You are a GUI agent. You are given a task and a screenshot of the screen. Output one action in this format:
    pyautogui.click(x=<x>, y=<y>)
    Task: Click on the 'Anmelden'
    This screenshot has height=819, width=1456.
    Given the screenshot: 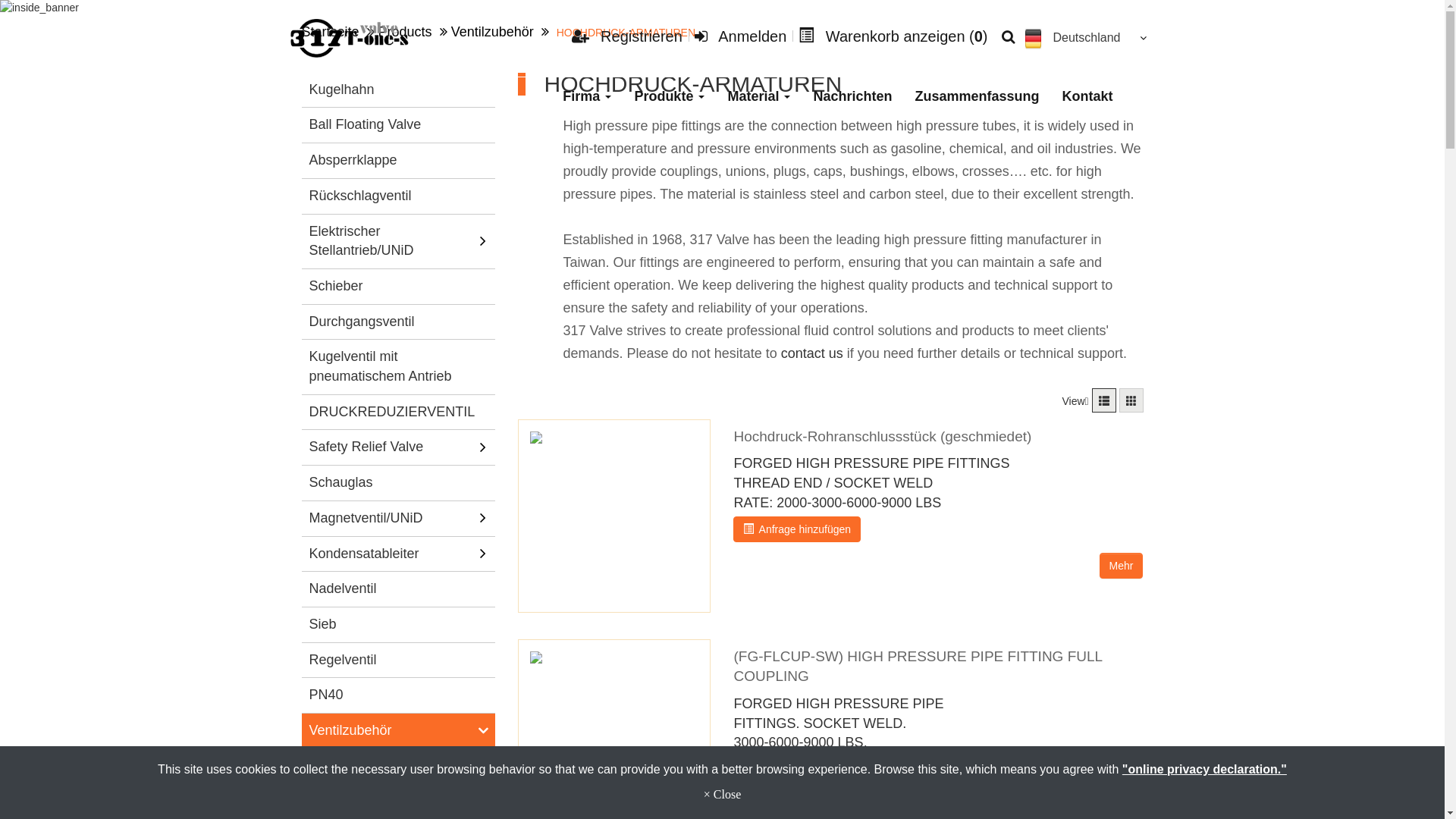 What is the action you would take?
    pyautogui.click(x=740, y=34)
    